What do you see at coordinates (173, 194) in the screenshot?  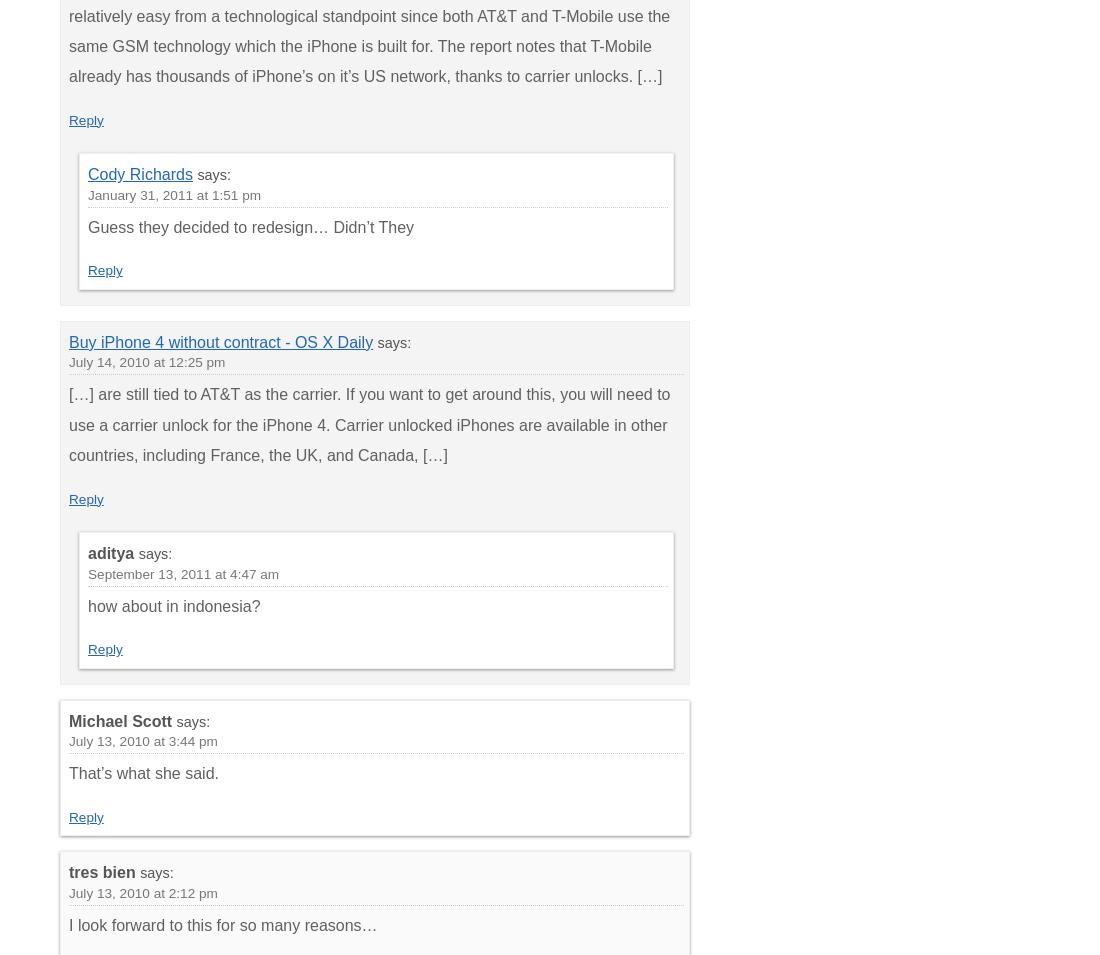 I see `'January 31, 2011 at 1:51 pm'` at bounding box center [173, 194].